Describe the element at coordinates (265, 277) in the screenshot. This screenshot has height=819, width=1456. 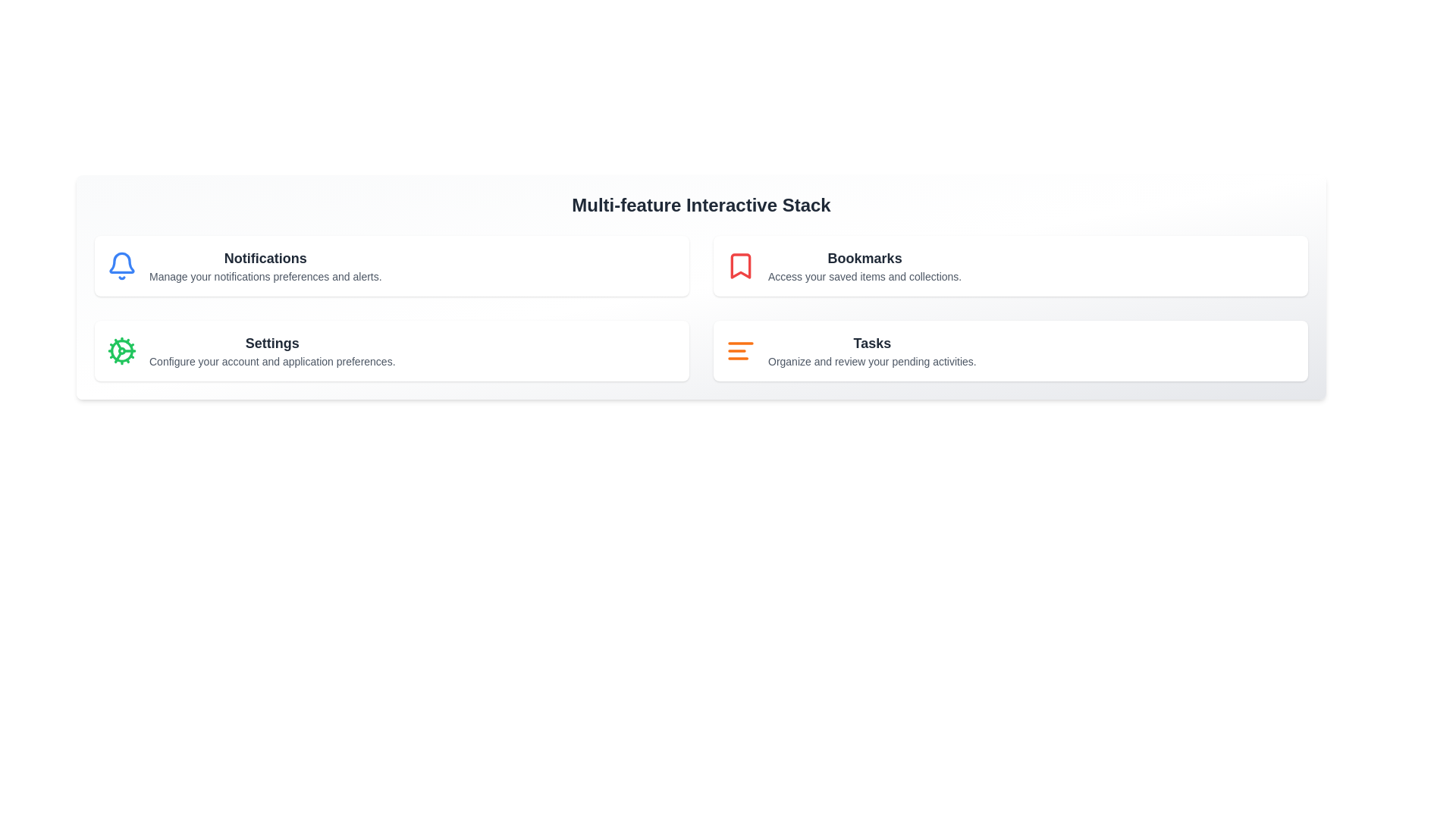
I see `text label providing a description about managing notification settings and alerts, located below the 'Notifications' heading` at that location.